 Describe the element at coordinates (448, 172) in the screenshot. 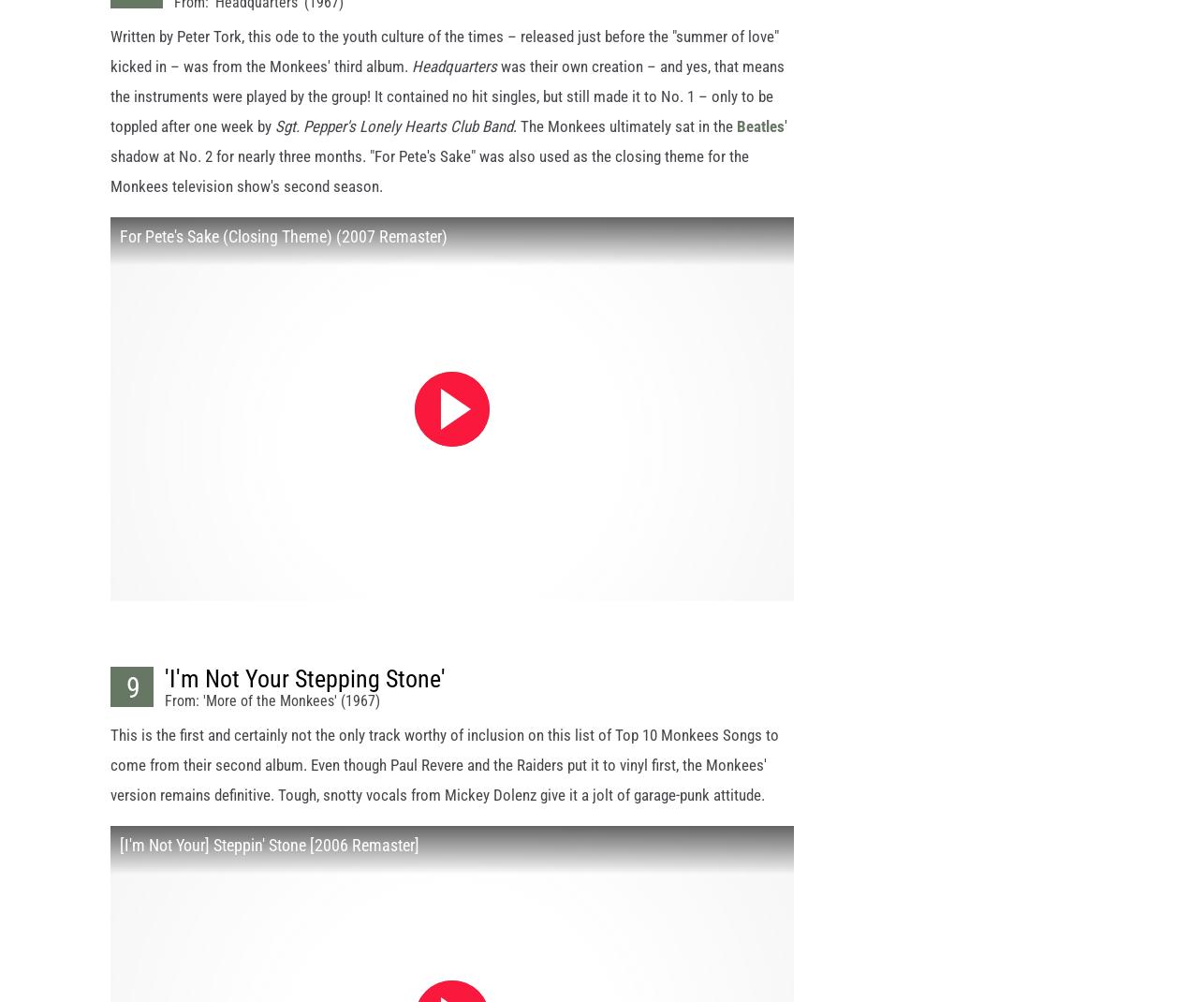

I see `'' shadow at No. 2 for nearly three months. "For Pete's Sake" was also used as the closing theme for the Monkees television show's second season.'` at that location.